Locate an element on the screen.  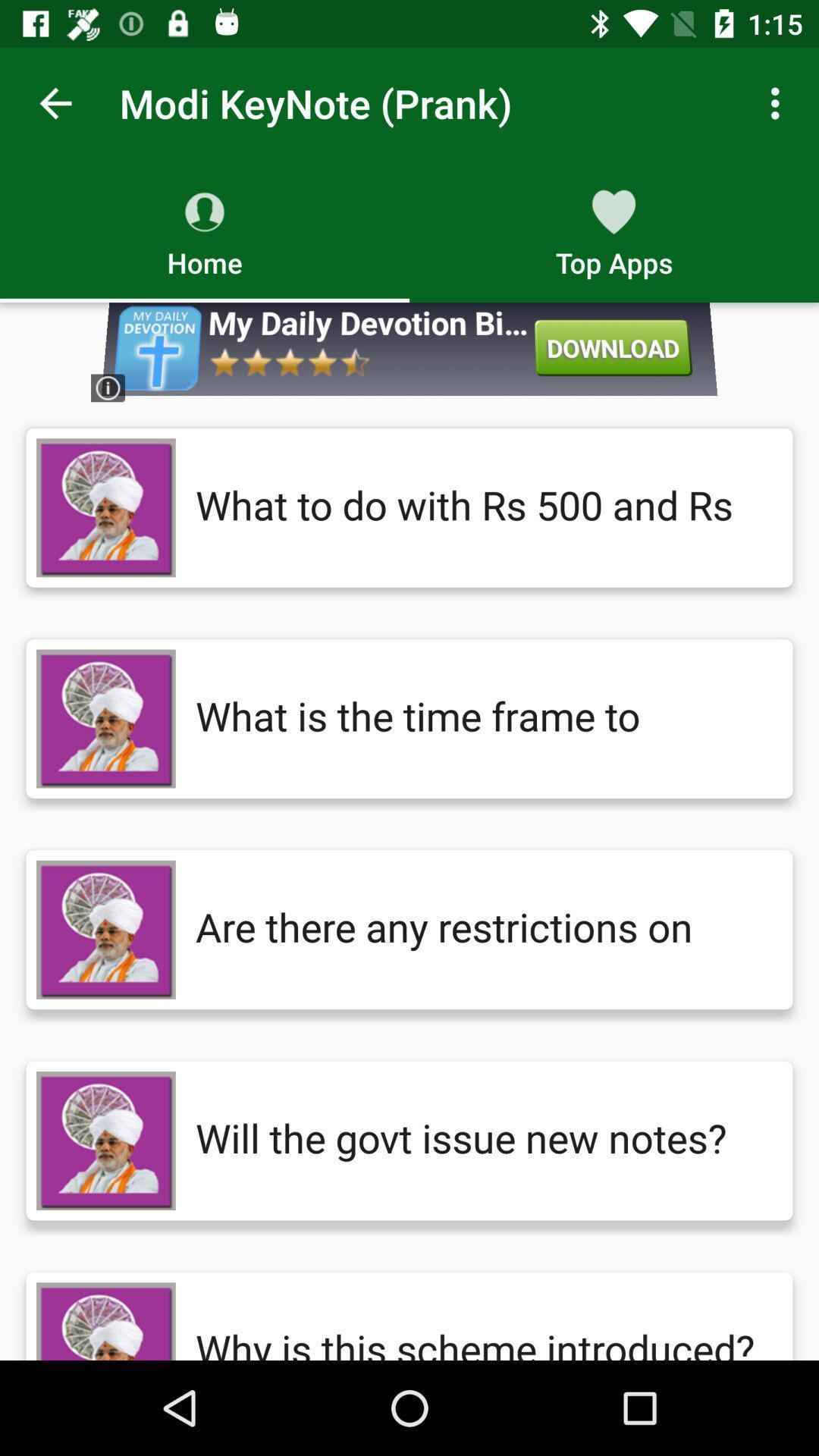
the what is the icon is located at coordinates (479, 718).